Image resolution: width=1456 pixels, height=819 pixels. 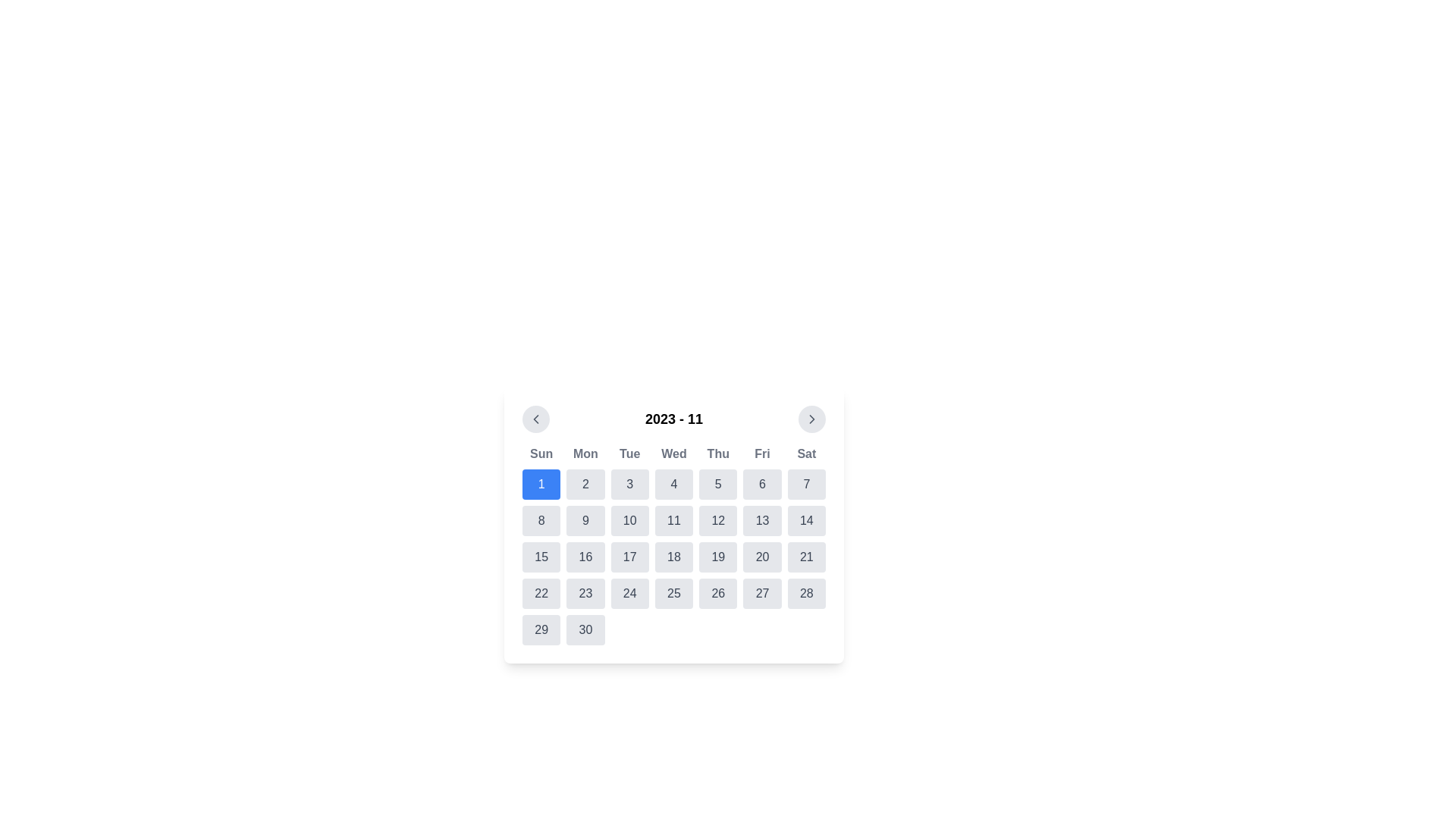 I want to click on the gray rectangular button displaying '6' in a dark gray color, located in the first row of a calendar grid as the sixth item, corresponding to Friday, November 6, 2023, so click(x=762, y=485).